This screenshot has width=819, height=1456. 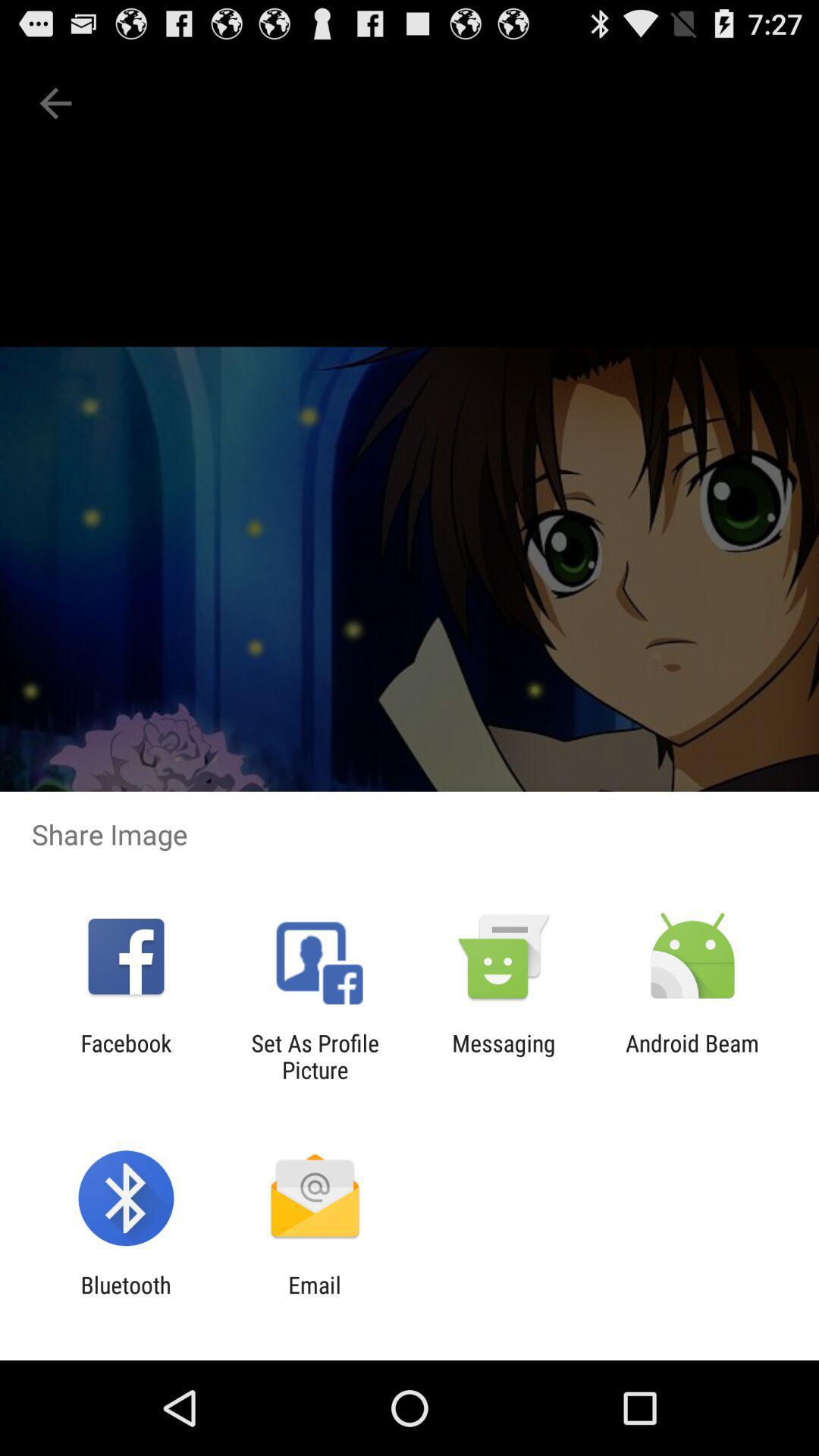 I want to click on the icon next to messaging, so click(x=314, y=1056).